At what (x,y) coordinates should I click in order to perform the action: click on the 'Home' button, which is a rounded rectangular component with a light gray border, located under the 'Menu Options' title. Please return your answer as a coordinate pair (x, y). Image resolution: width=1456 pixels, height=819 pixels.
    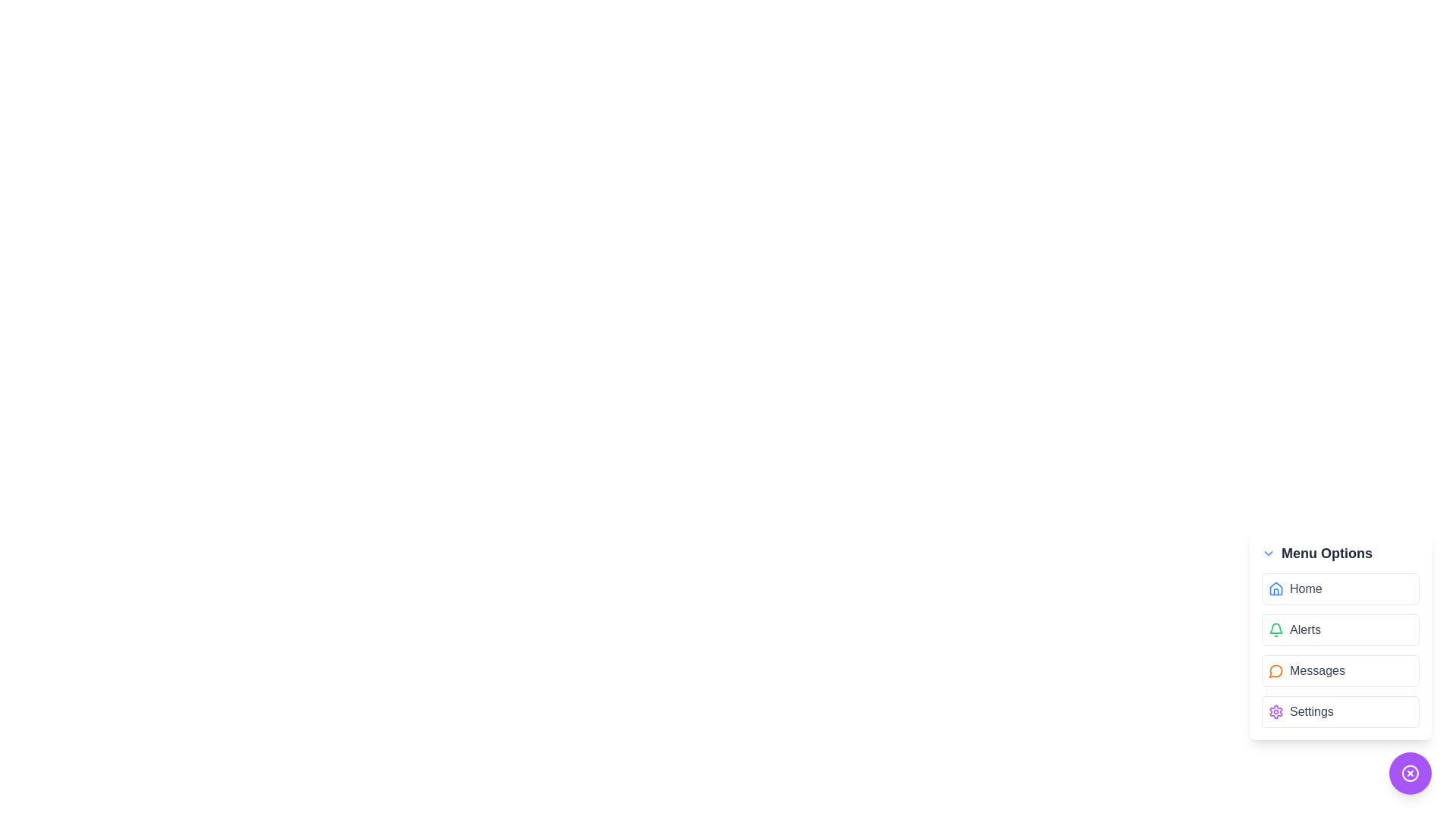
    Looking at the image, I should click on (1340, 588).